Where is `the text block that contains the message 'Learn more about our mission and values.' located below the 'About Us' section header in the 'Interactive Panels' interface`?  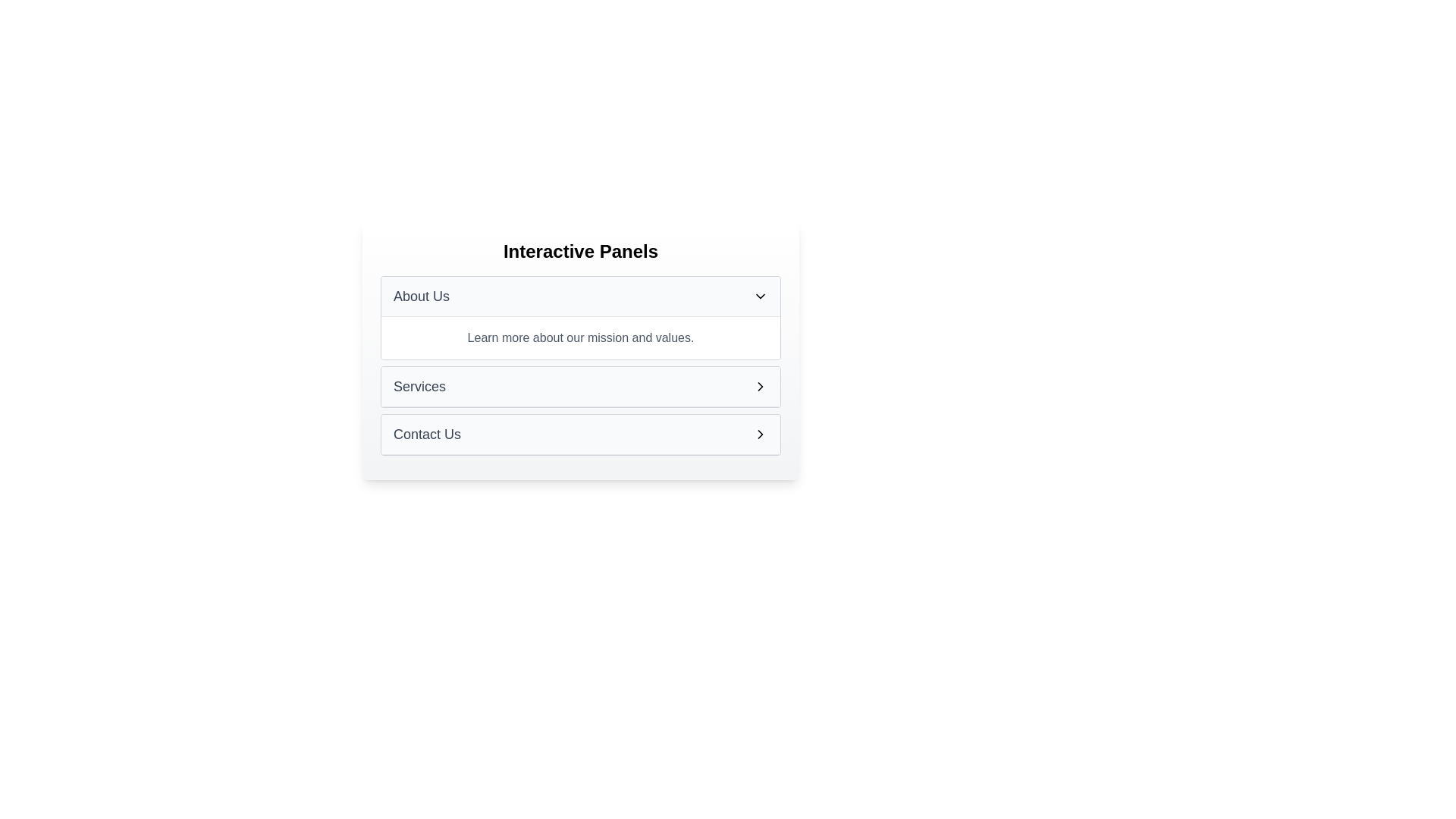 the text block that contains the message 'Learn more about our mission and values.' located below the 'About Us' section header in the 'Interactive Panels' interface is located at coordinates (580, 337).